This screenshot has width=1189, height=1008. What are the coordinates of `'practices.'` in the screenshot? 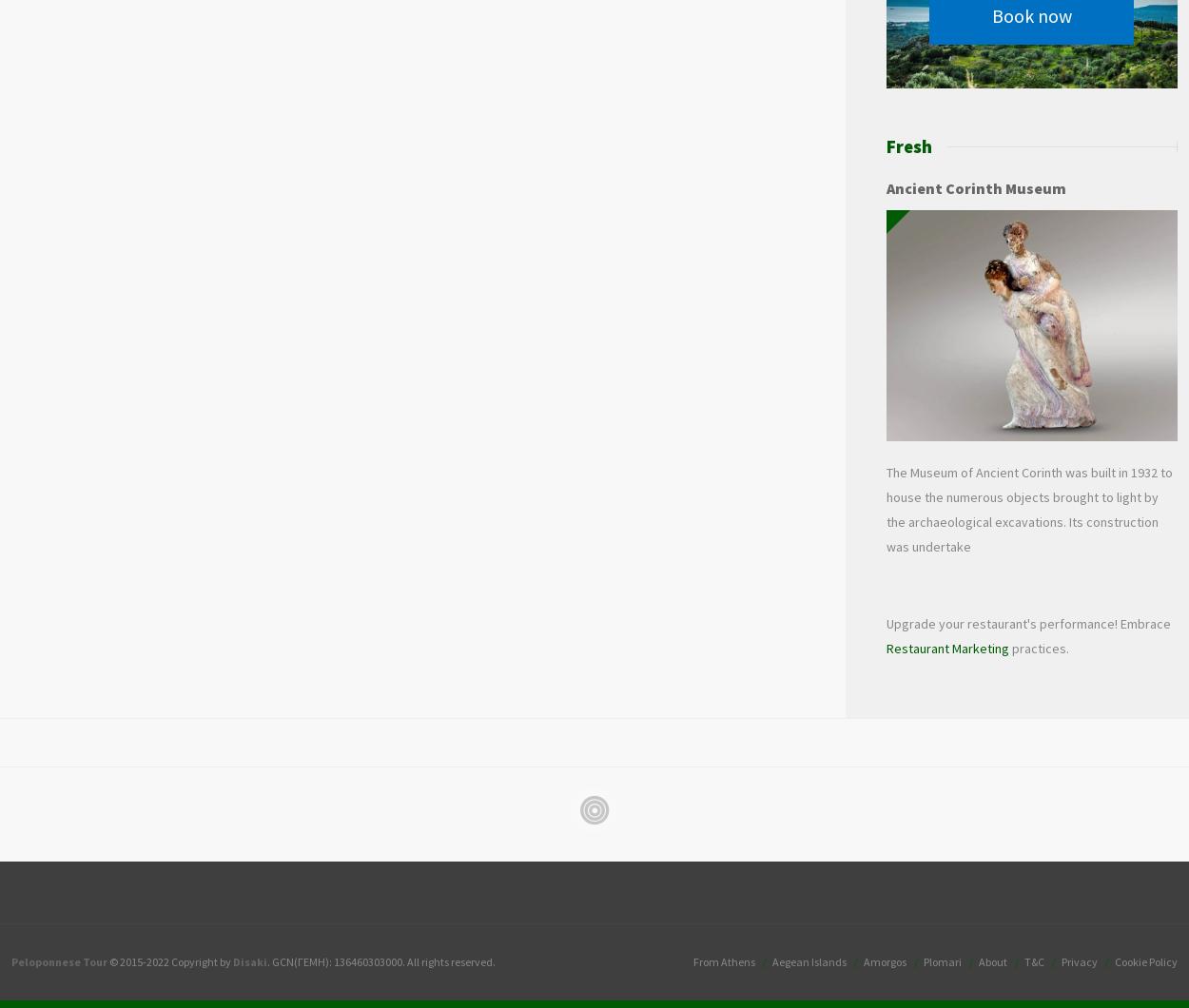 It's located at (1037, 648).